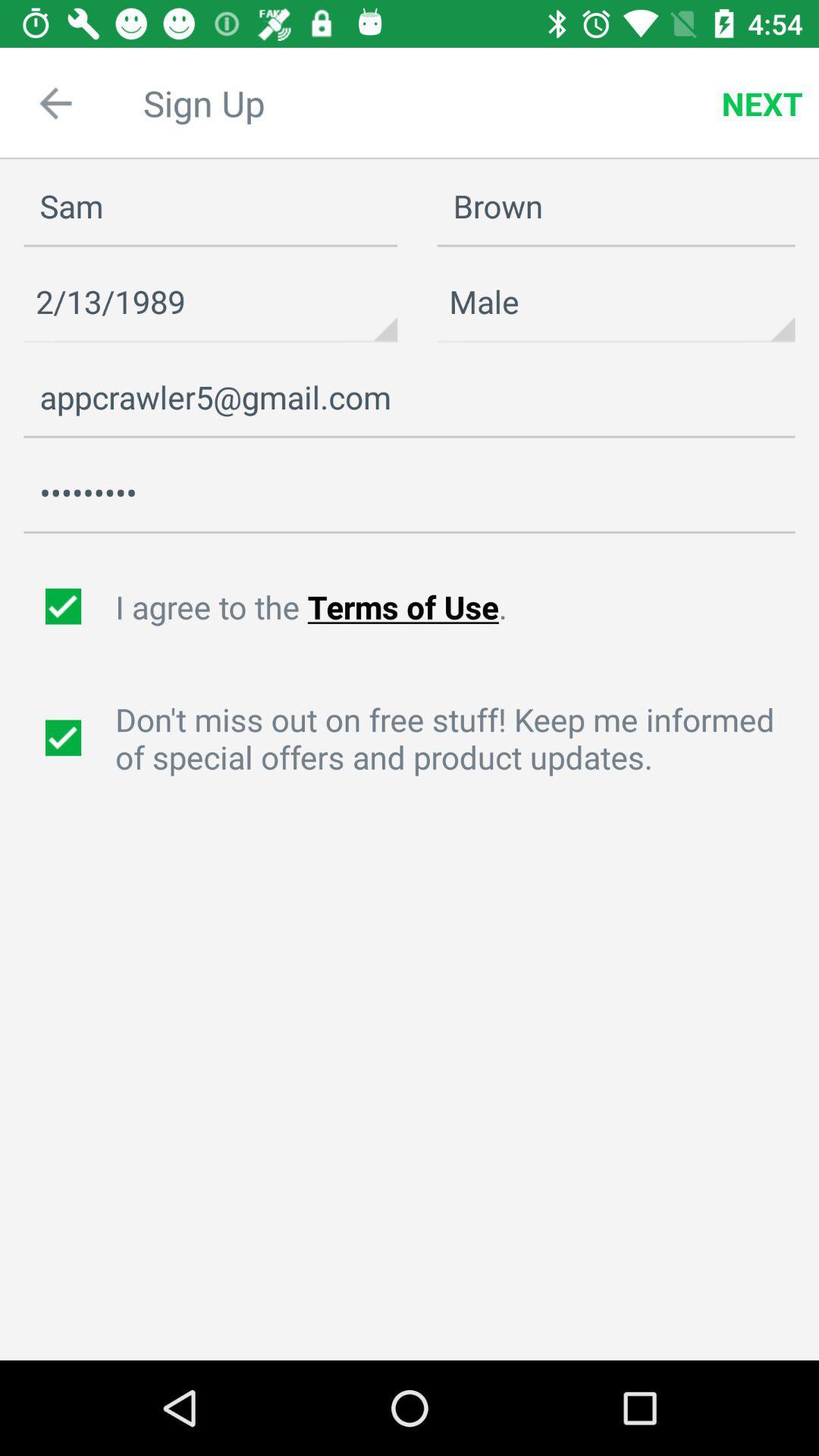 The height and width of the screenshot is (1456, 819). Describe the element at coordinates (55, 102) in the screenshot. I see `the icon next to the sign up icon` at that location.